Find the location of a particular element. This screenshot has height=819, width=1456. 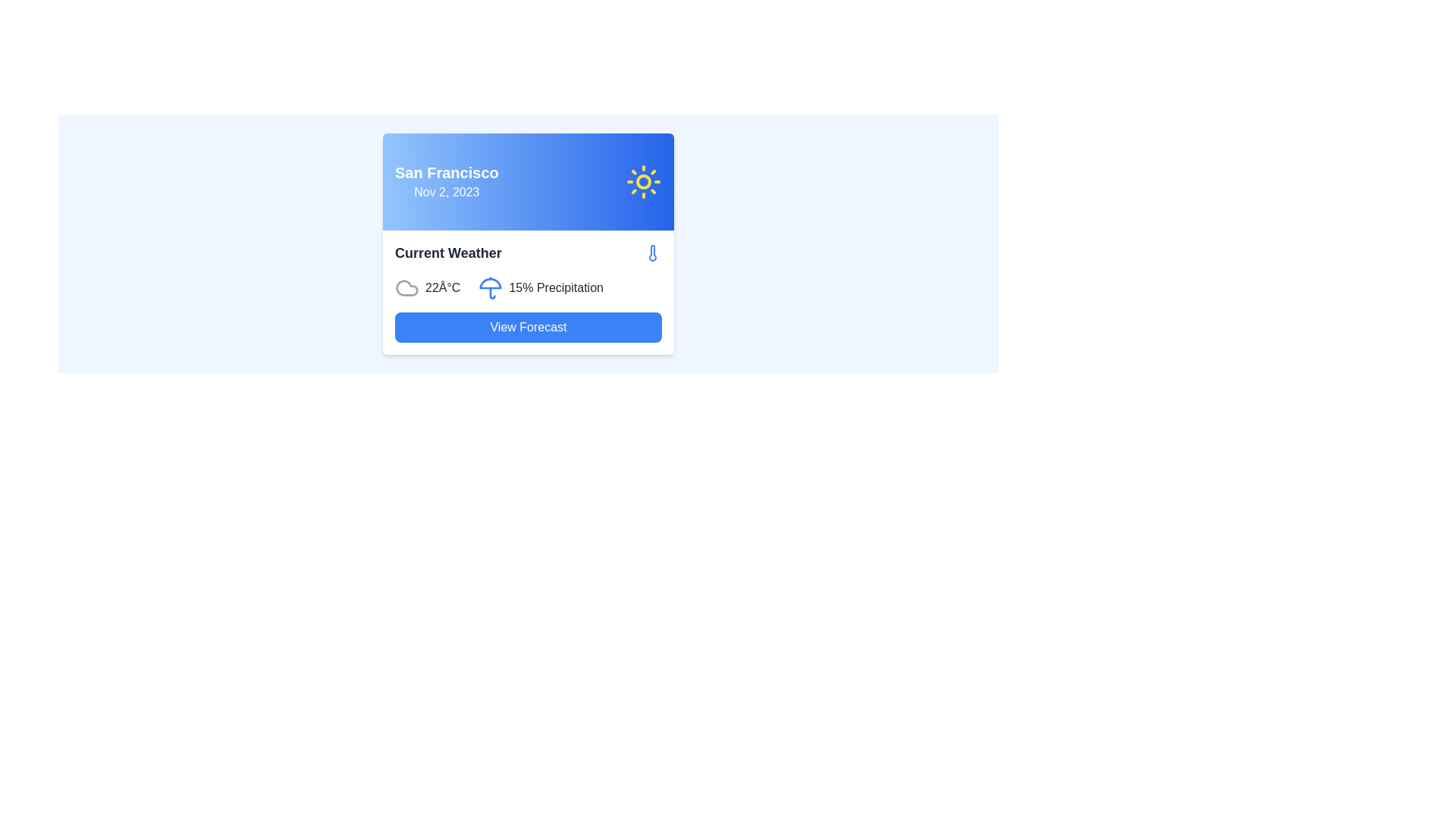

section headline text 'Current Weather' located below the title 'San Francisco Nov 2, 2023' in the top-middle section of the card component is located at coordinates (447, 253).